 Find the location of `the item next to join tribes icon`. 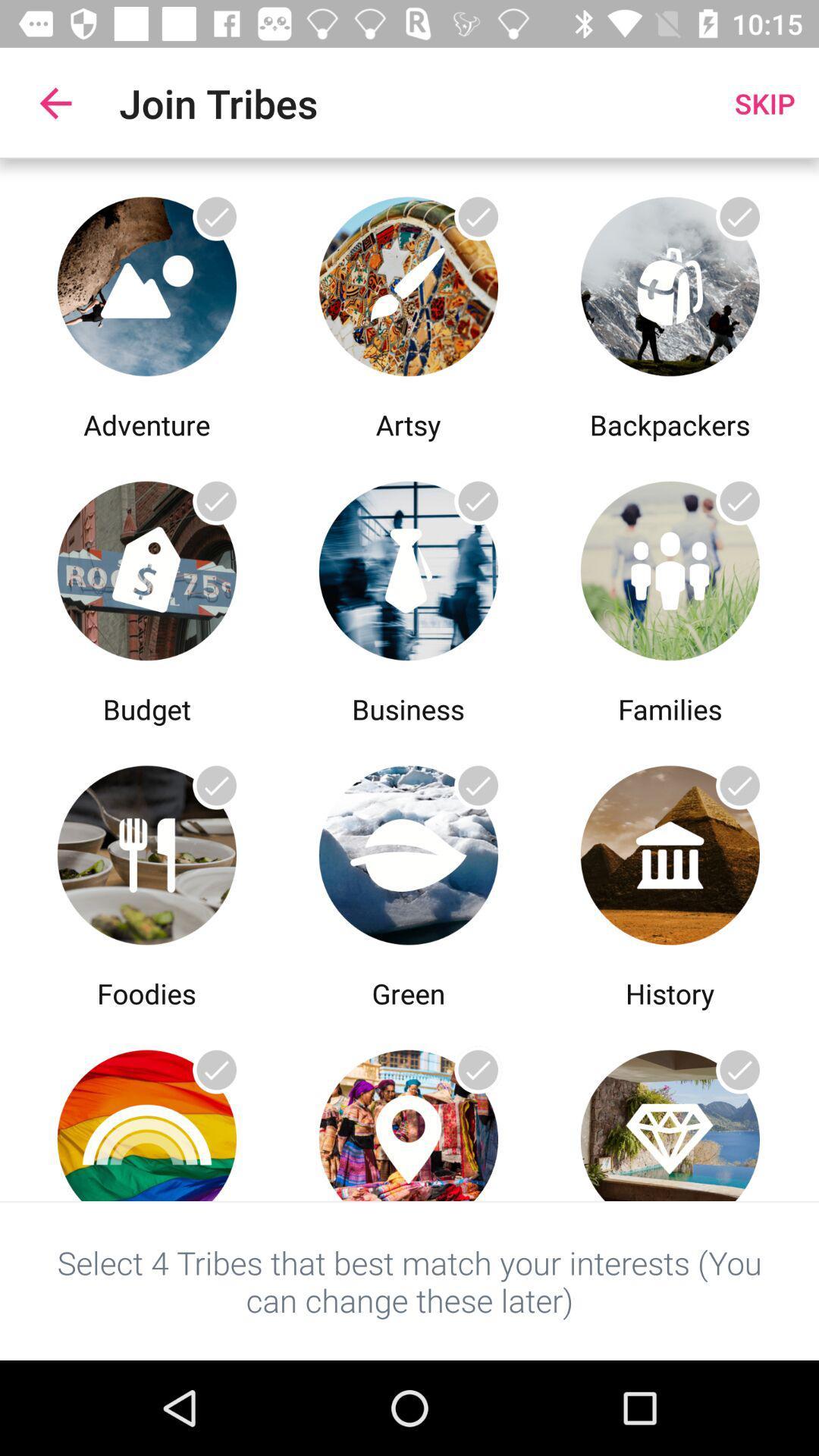

the item next to join tribes icon is located at coordinates (55, 102).